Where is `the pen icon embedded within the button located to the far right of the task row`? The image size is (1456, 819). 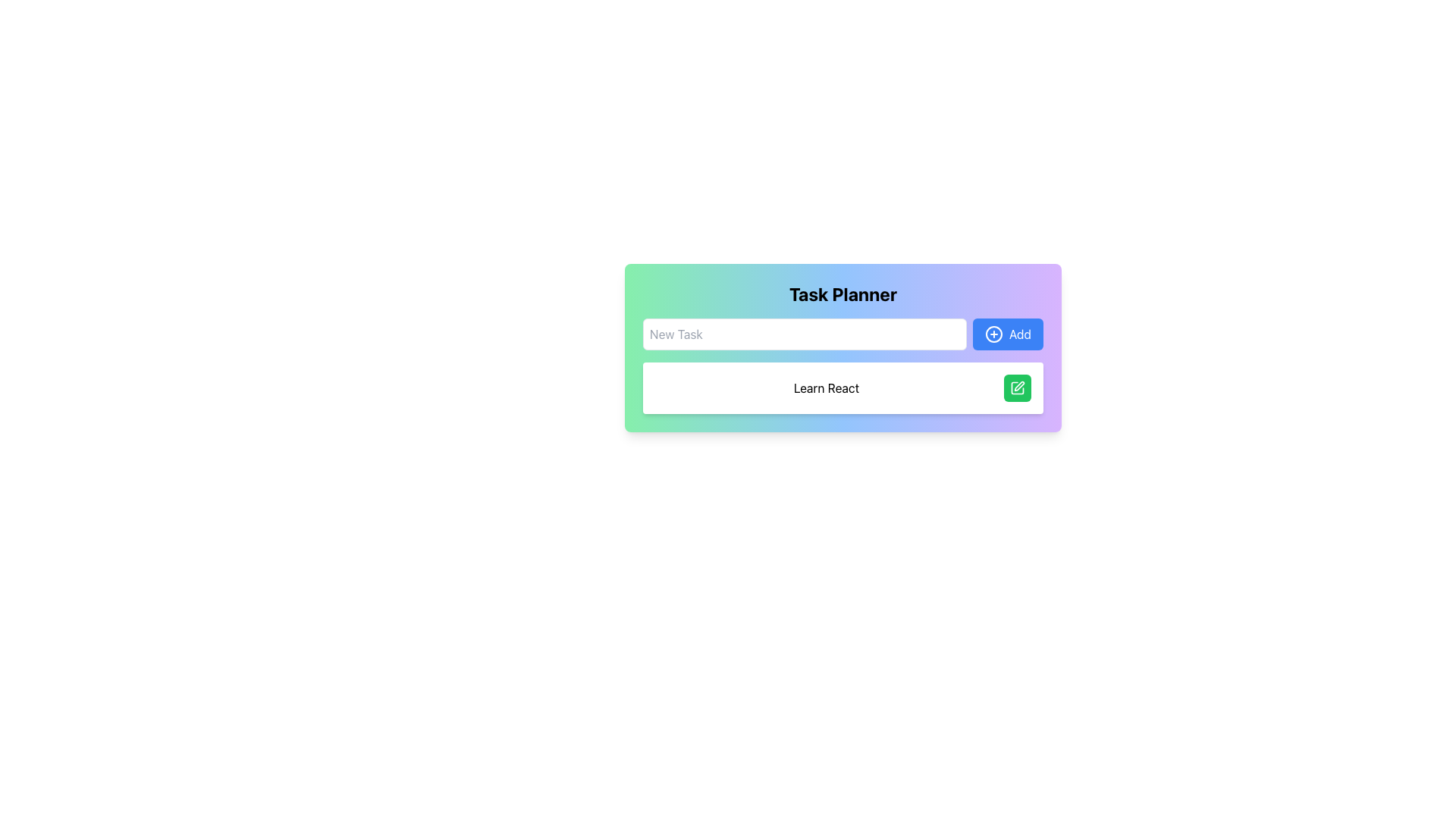
the pen icon embedded within the button located to the far right of the task row is located at coordinates (1019, 385).